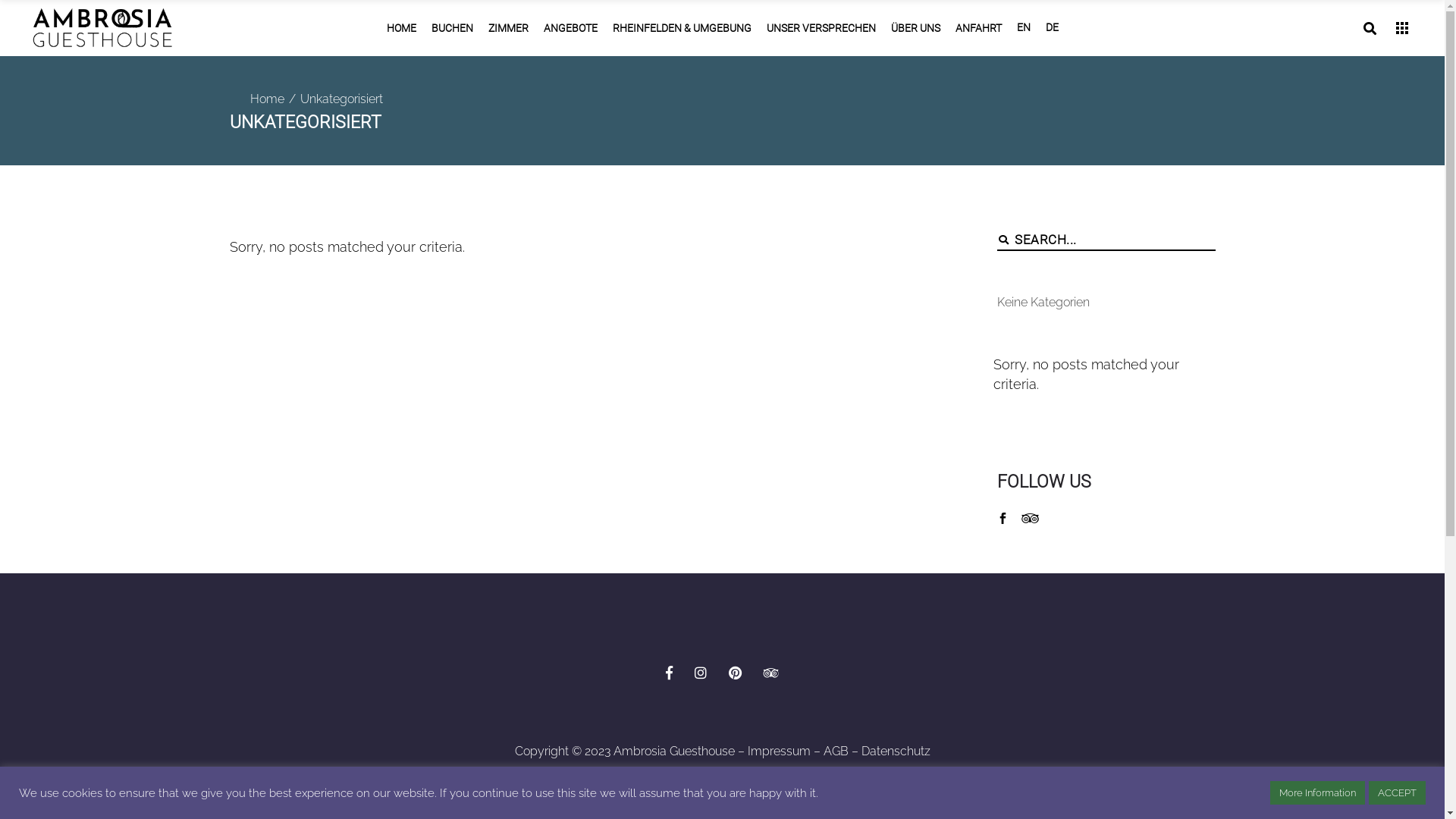 The image size is (1456, 819). I want to click on 'HOME', so click(401, 28).